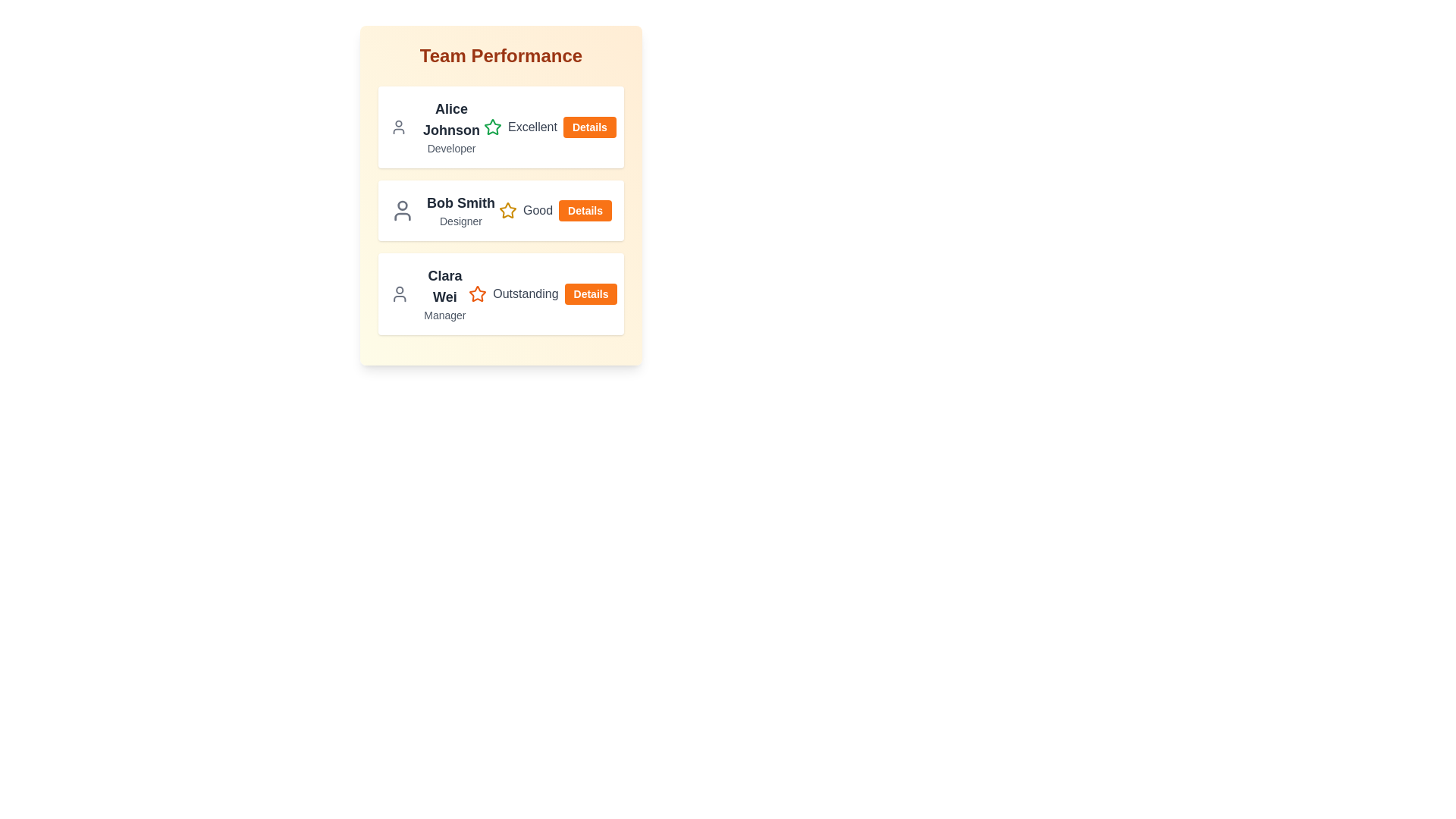 The image size is (1456, 819). Describe the element at coordinates (492, 127) in the screenshot. I see `the performance star icon for Alice Johnson` at that location.